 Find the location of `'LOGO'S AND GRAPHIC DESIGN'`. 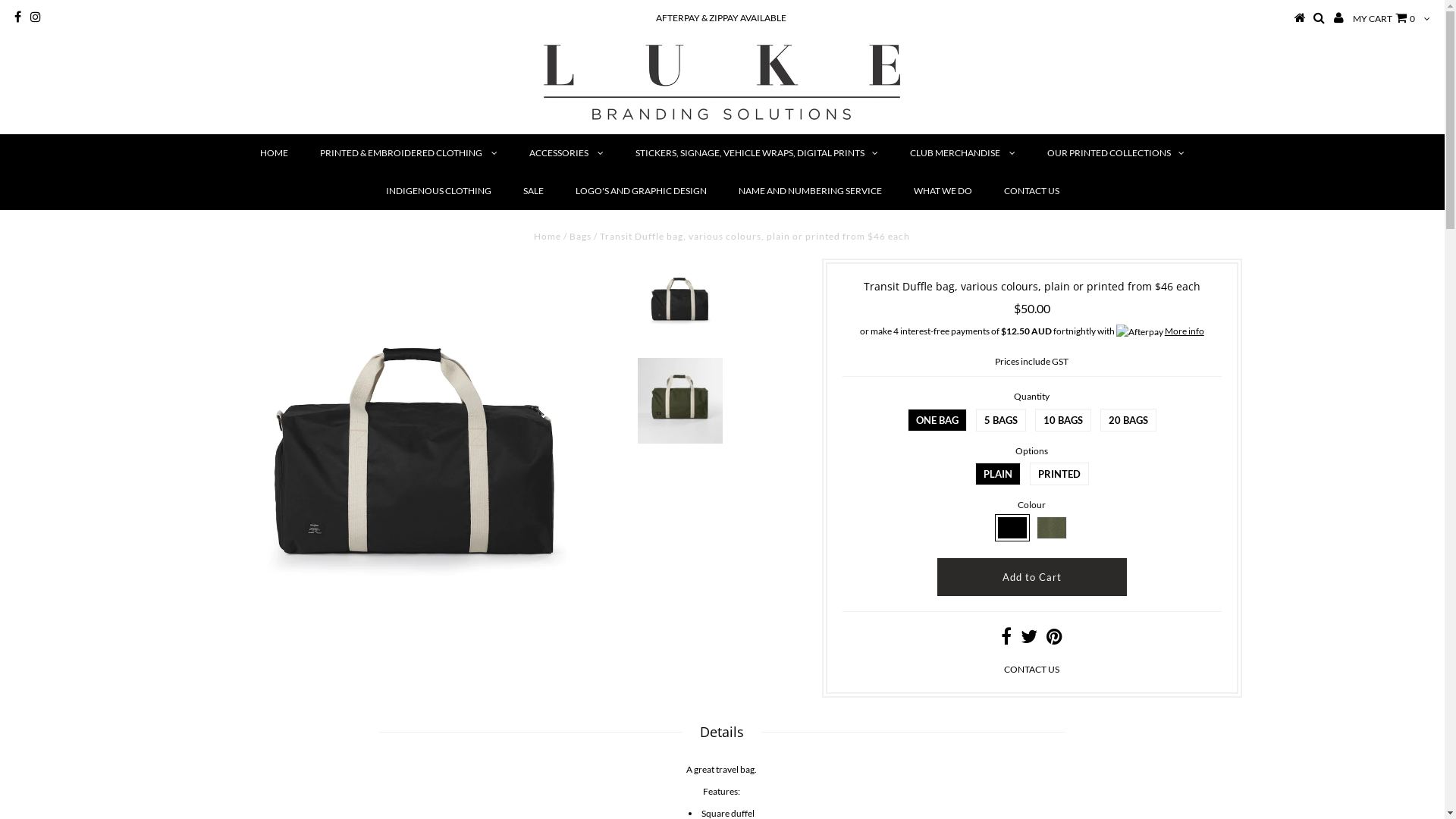

'LOGO'S AND GRAPHIC DESIGN' is located at coordinates (640, 190).